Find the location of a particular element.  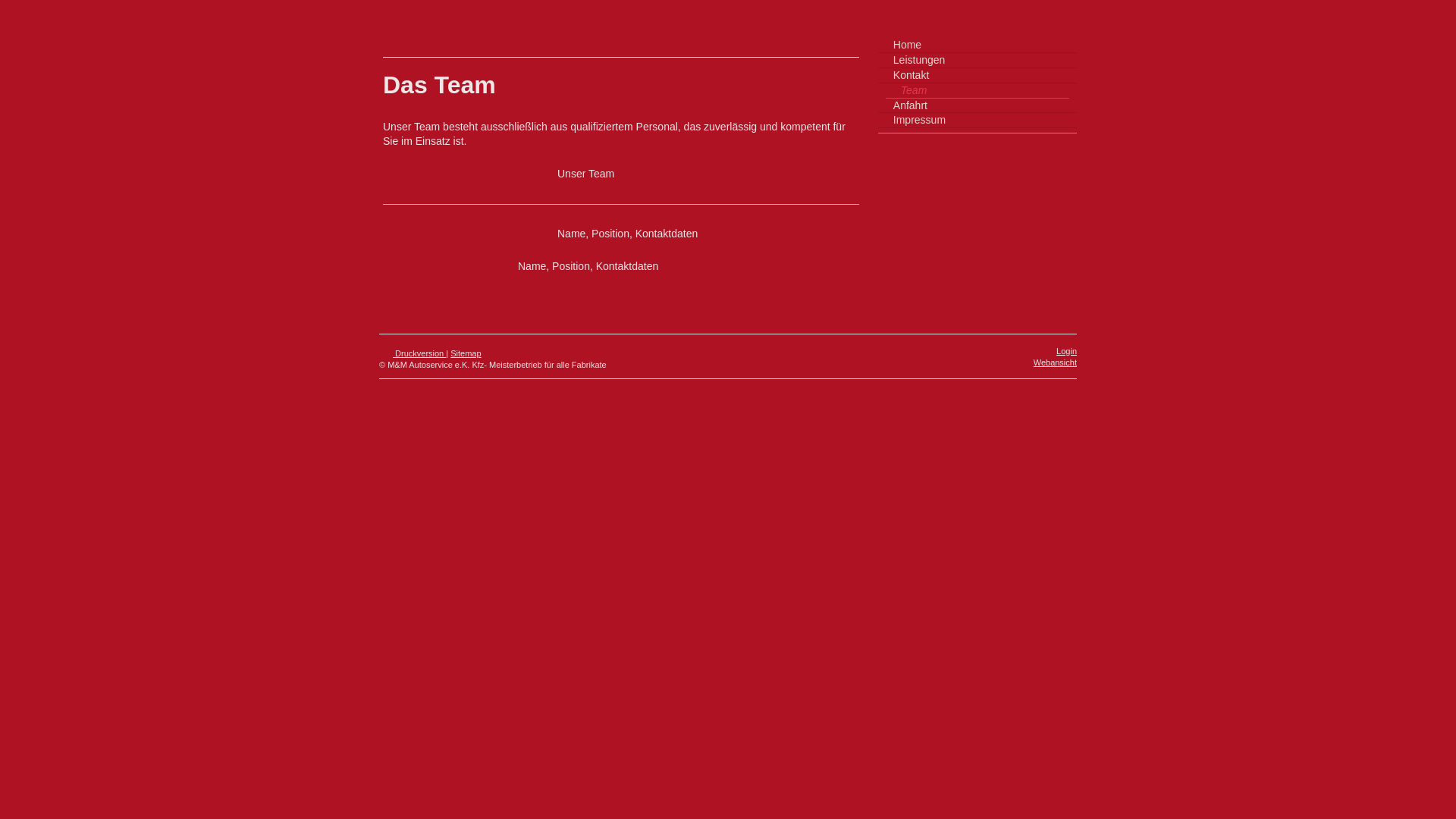

'Anfahrt' is located at coordinates (977, 105).